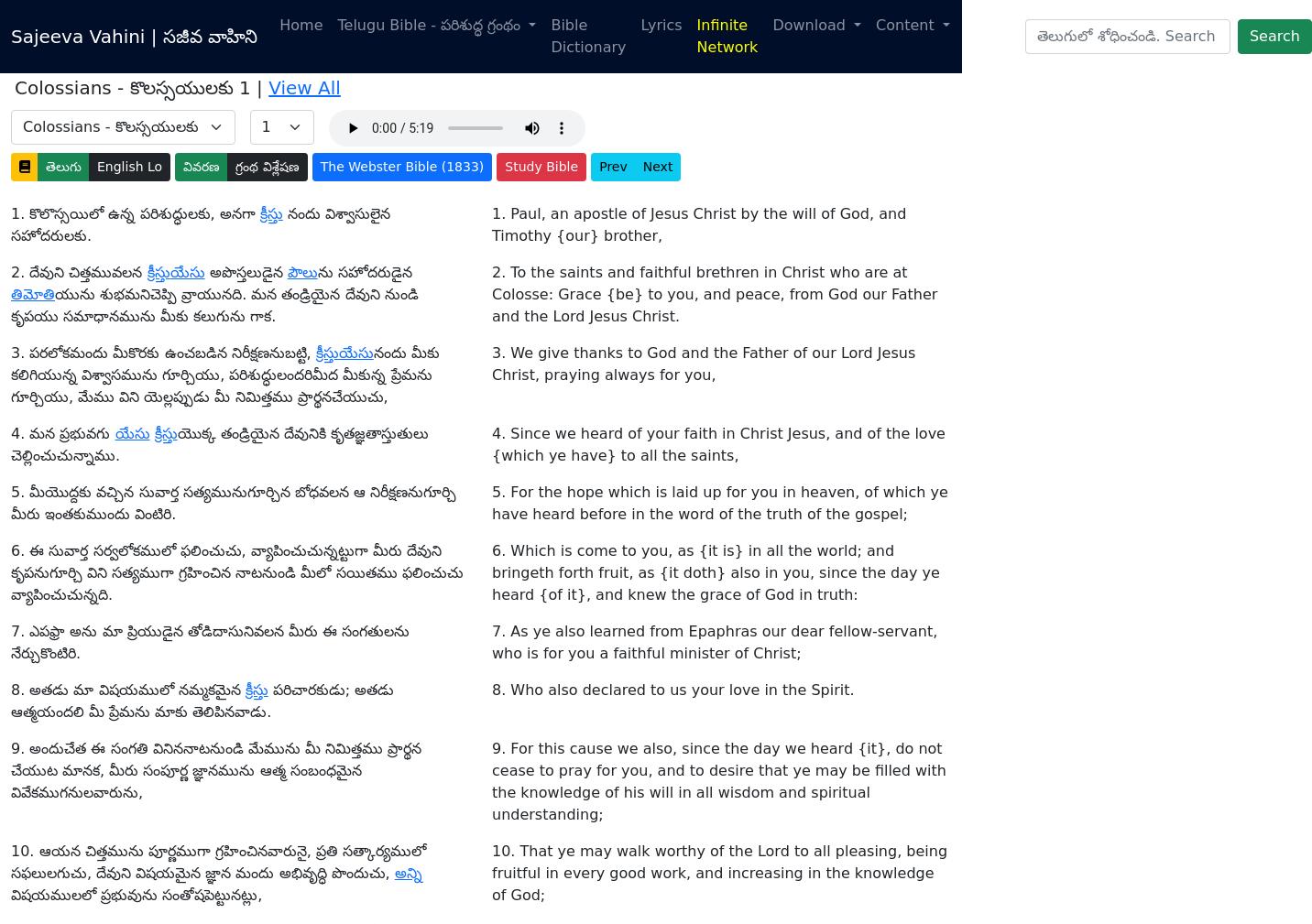 The height and width of the screenshot is (924, 1312). What do you see at coordinates (233, 817) in the screenshot?
I see `'2'` at bounding box center [233, 817].